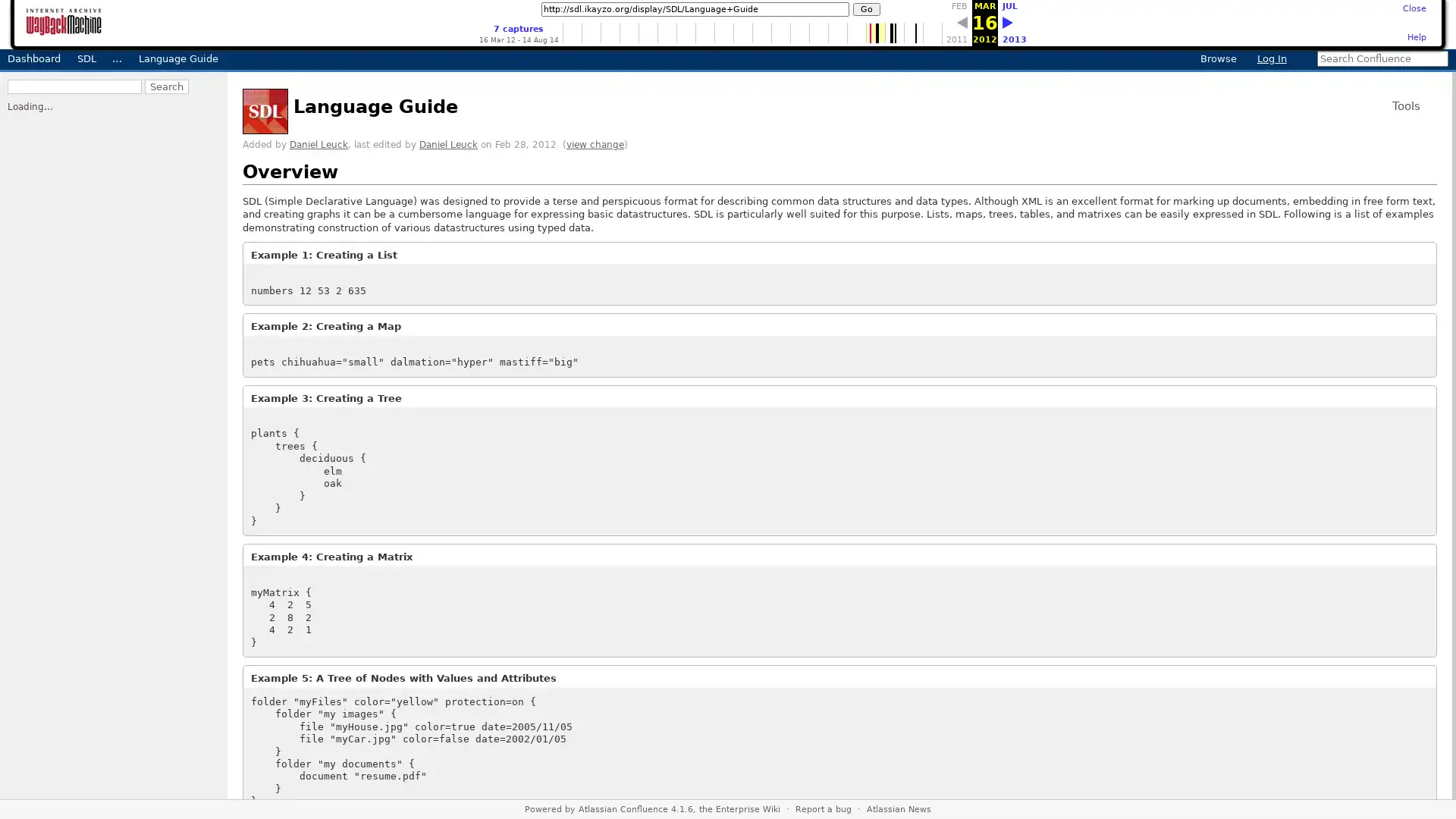  Describe the element at coordinates (167, 86) in the screenshot. I see `Search` at that location.